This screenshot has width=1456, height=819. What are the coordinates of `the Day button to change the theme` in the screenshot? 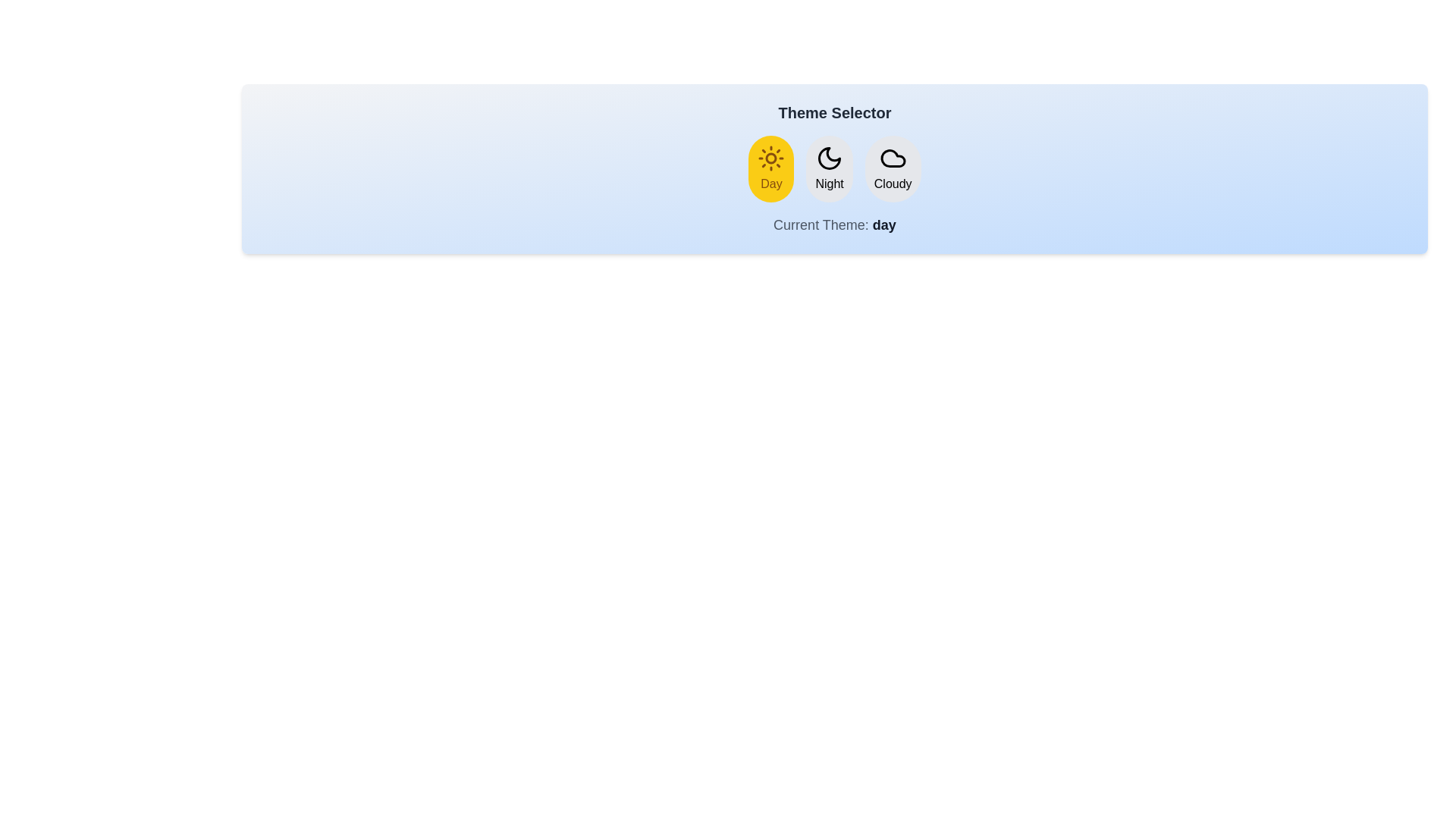 It's located at (771, 169).